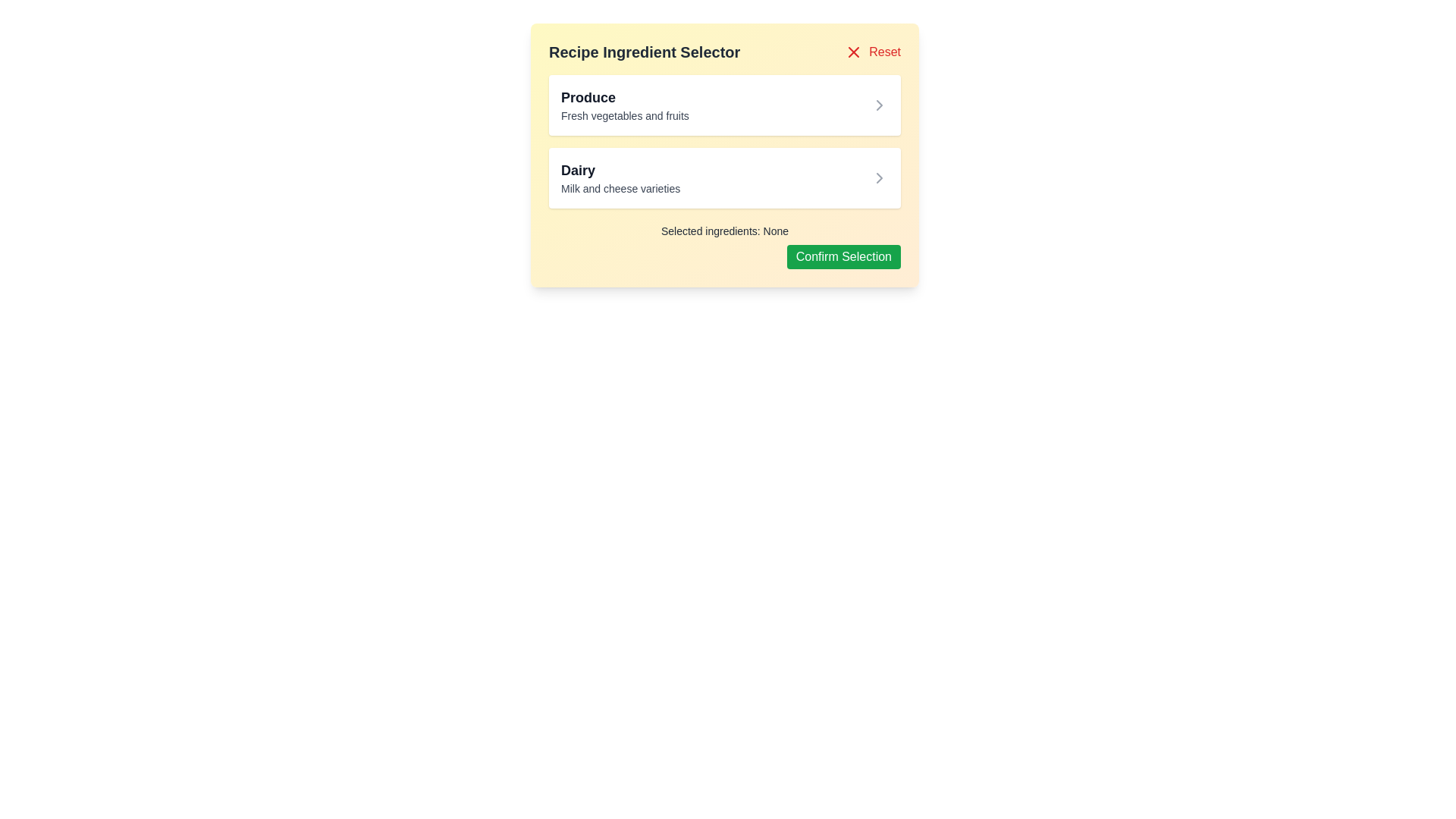  Describe the element at coordinates (854, 52) in the screenshot. I see `the reset icon located in the upper-right corner of the 'Recipe Ingredient Selector' component` at that location.